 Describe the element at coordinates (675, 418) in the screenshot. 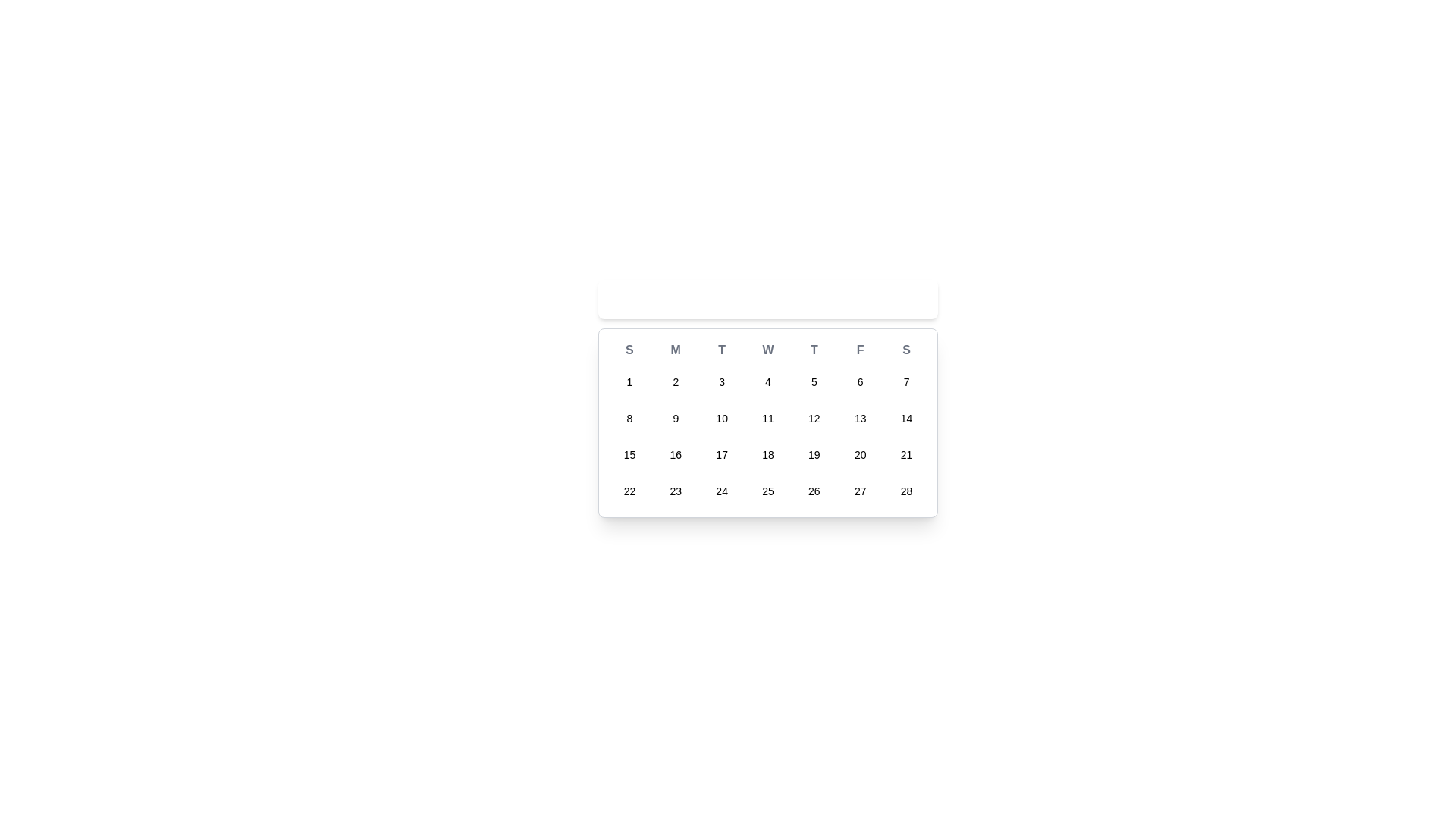

I see `the button displaying '9' in the calendar grid` at that location.